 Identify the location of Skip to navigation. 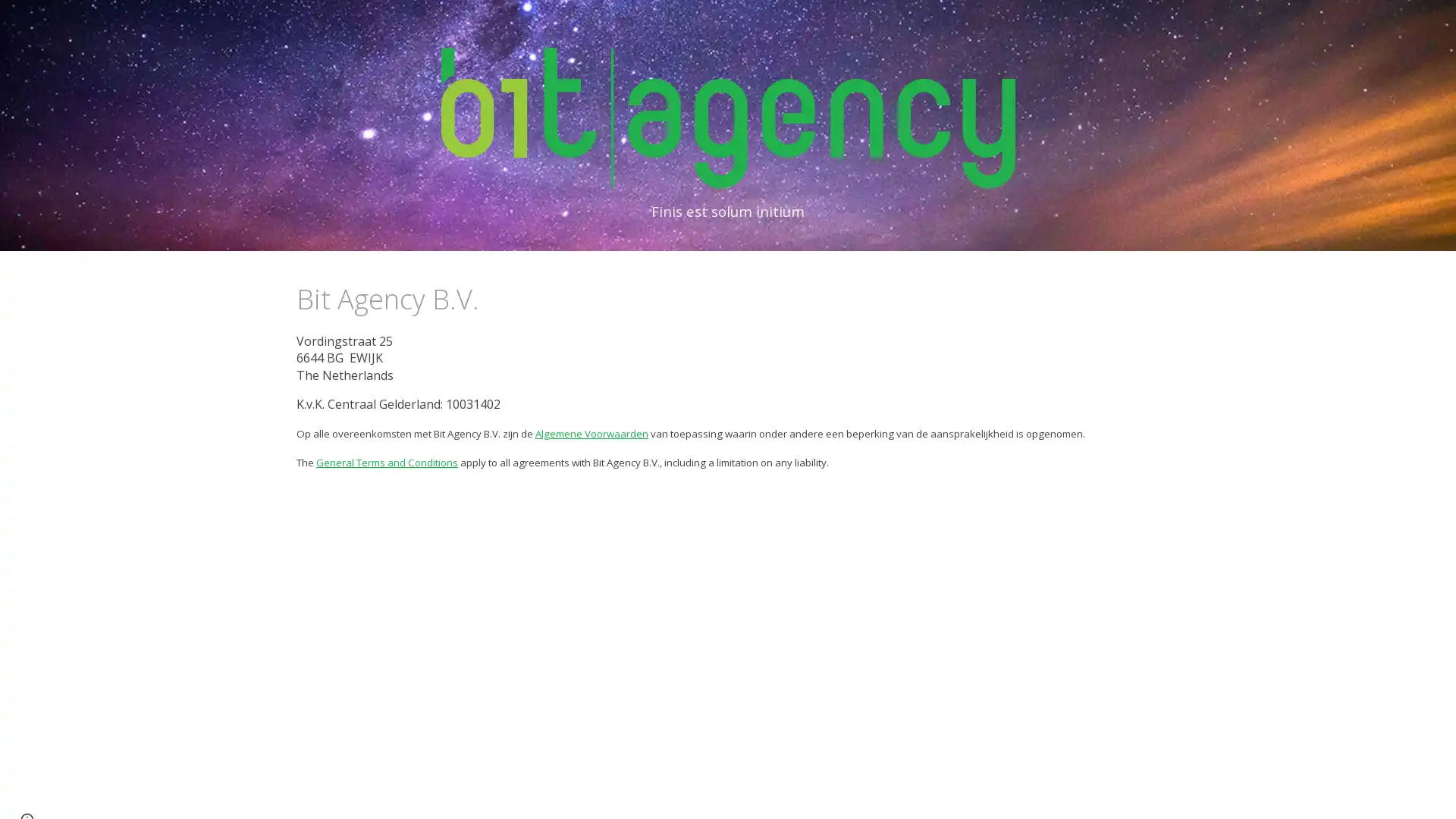
(864, 28).